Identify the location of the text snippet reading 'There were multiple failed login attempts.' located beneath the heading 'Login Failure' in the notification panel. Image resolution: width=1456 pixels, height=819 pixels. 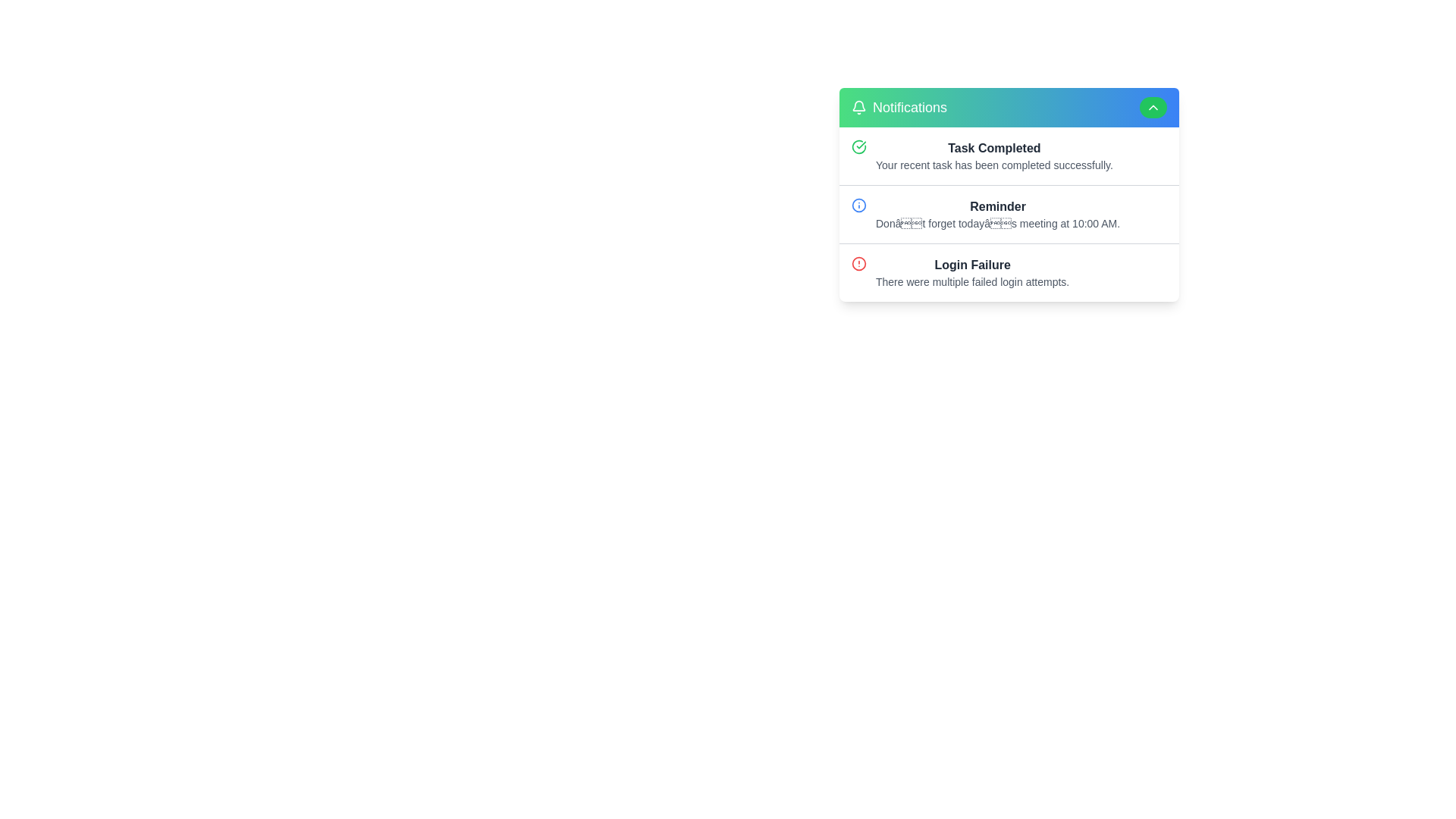
(972, 281).